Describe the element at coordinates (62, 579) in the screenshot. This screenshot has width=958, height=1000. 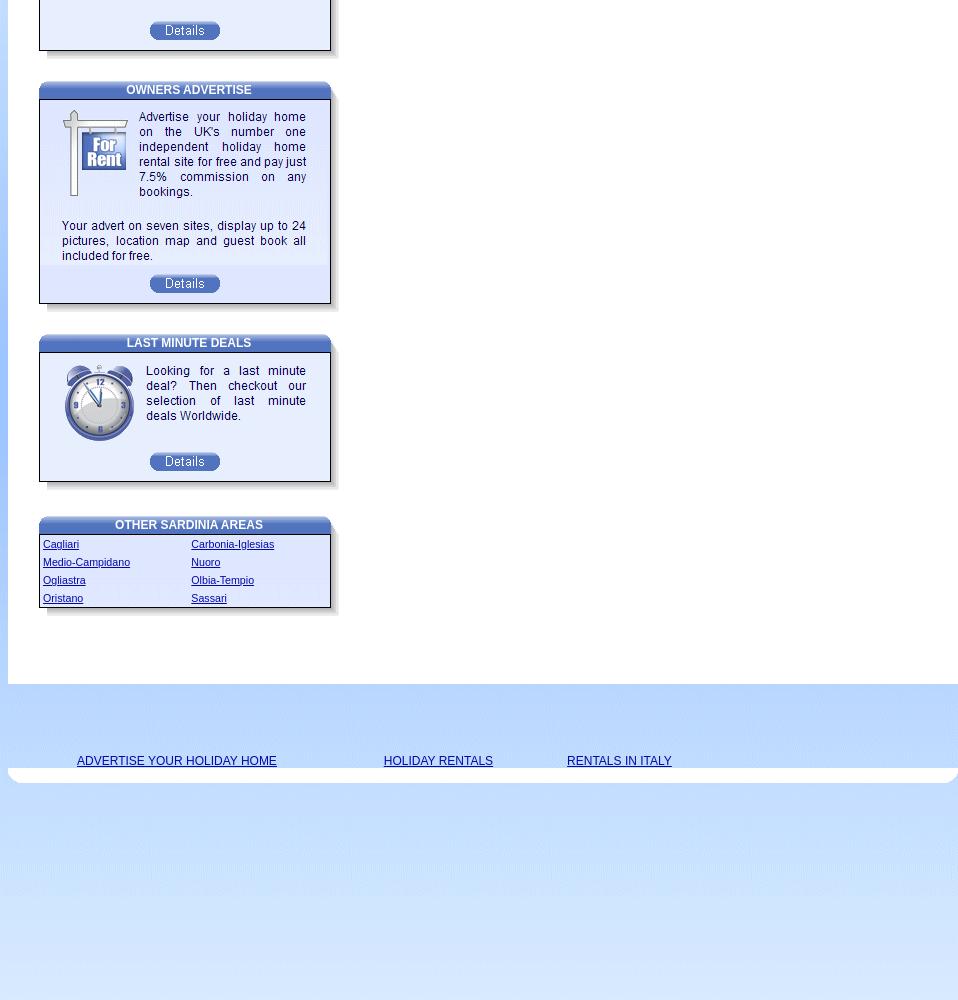
I see `'Ogliastra'` at that location.